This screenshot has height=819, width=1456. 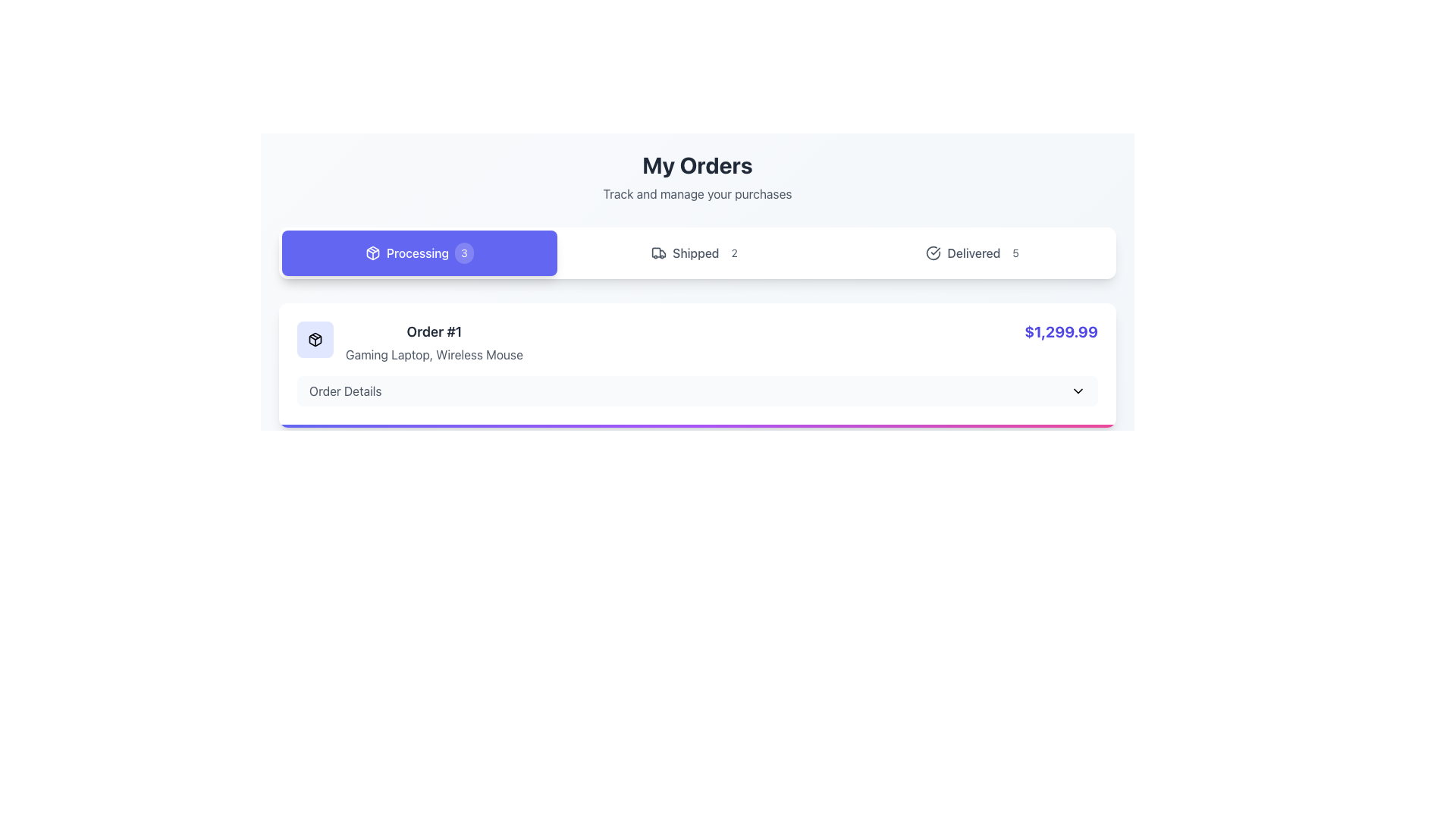 I want to click on the 'Shipped' status button, which is the second button in a series of three status buttons located below the 'My Orders' title, so click(x=697, y=253).